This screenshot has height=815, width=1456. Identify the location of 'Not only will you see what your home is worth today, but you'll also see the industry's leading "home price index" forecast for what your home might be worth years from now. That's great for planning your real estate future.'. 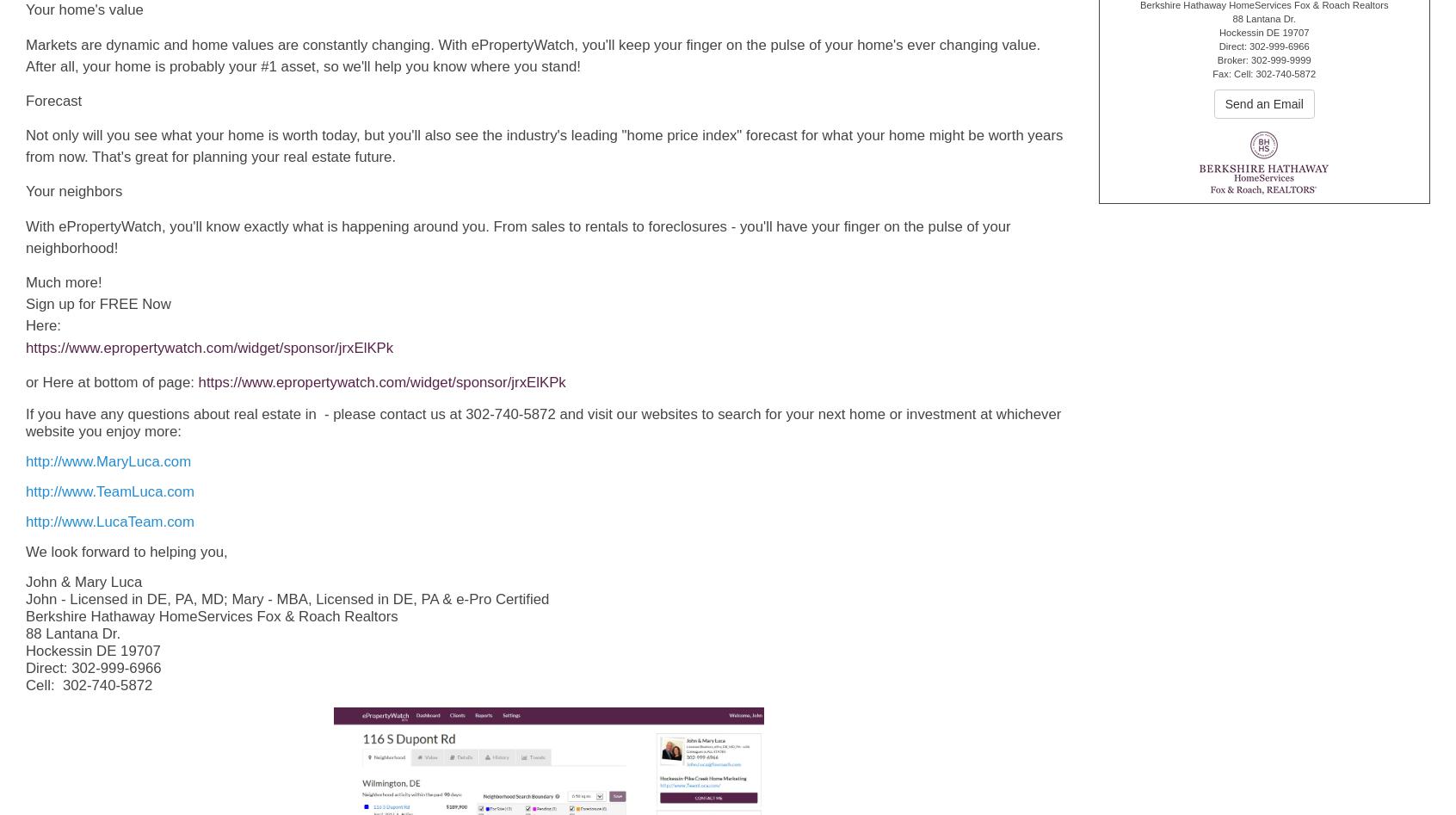
(24, 145).